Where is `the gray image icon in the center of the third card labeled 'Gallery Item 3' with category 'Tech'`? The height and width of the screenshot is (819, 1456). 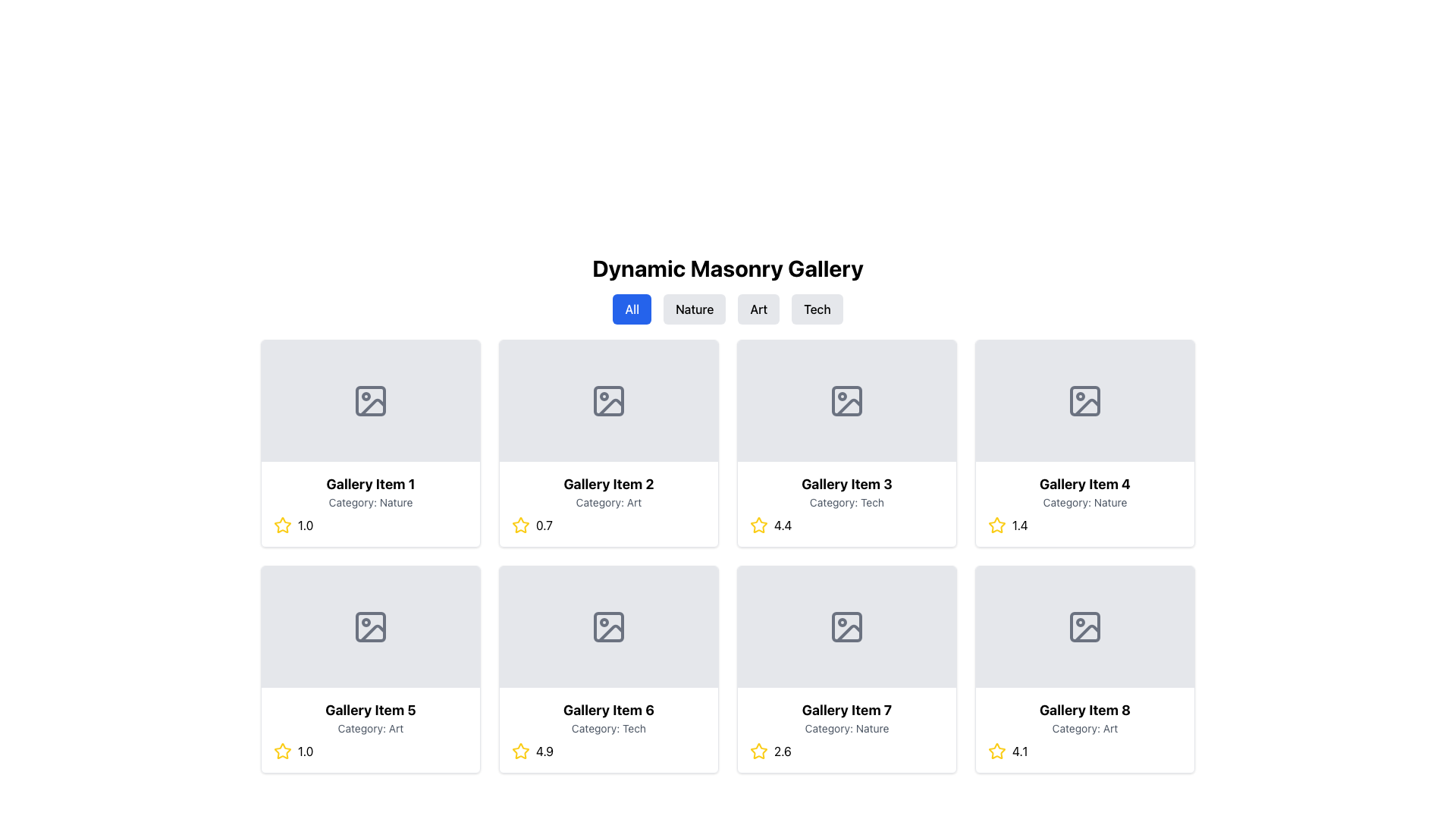
the gray image icon in the center of the third card labeled 'Gallery Item 3' with category 'Tech' is located at coordinates (846, 400).